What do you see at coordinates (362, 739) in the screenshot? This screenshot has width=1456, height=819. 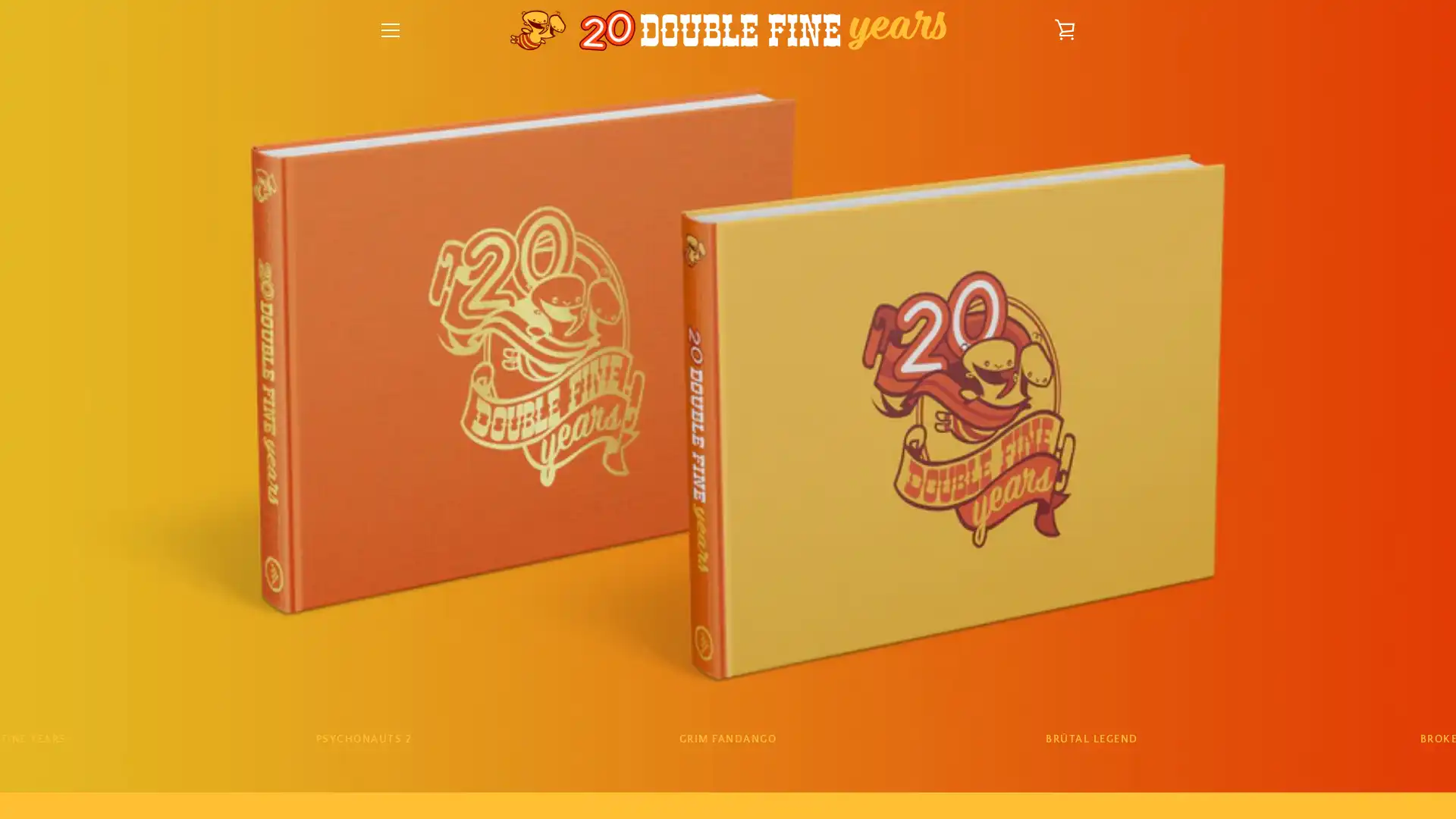 I see `SLIDE 2 PSYCHONAUTS 2` at bounding box center [362, 739].